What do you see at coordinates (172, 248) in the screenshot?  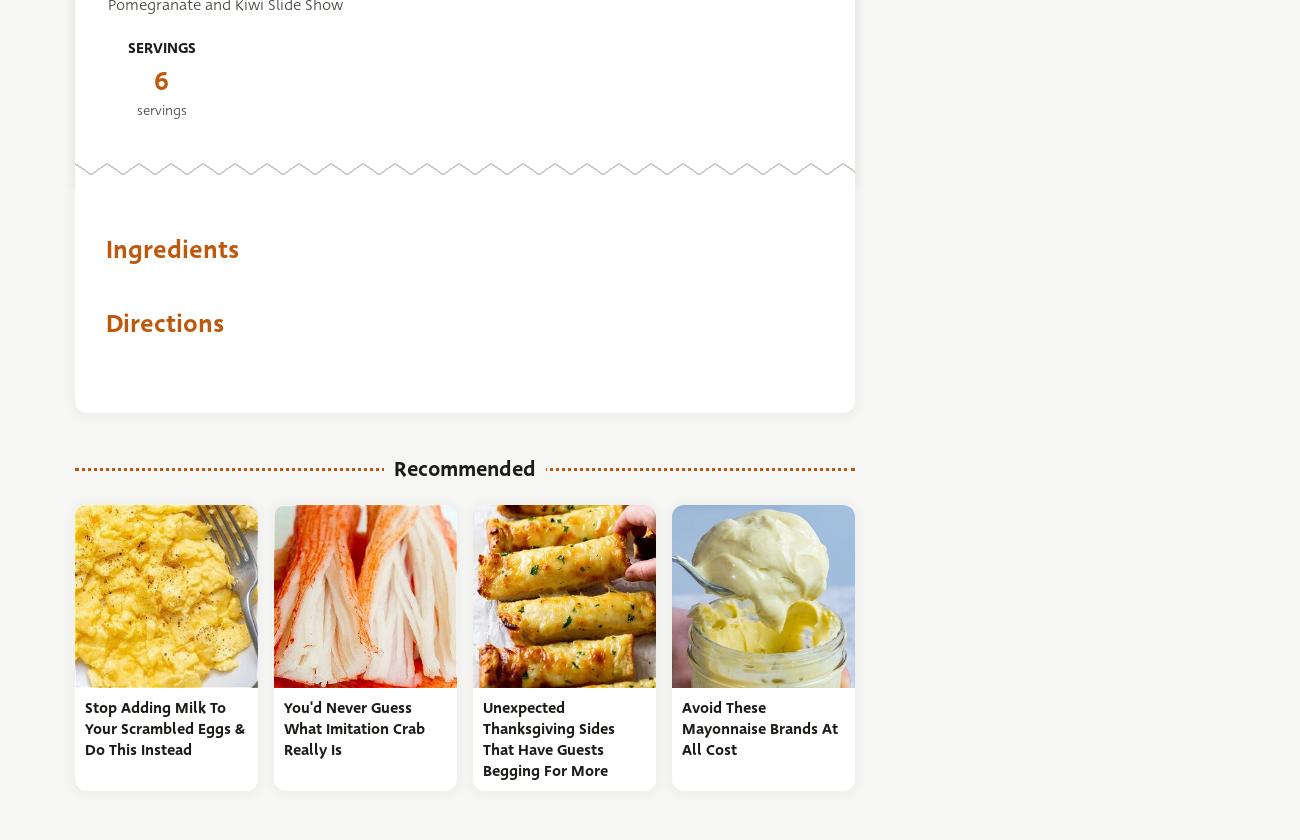 I see `'Ingredients'` at bounding box center [172, 248].